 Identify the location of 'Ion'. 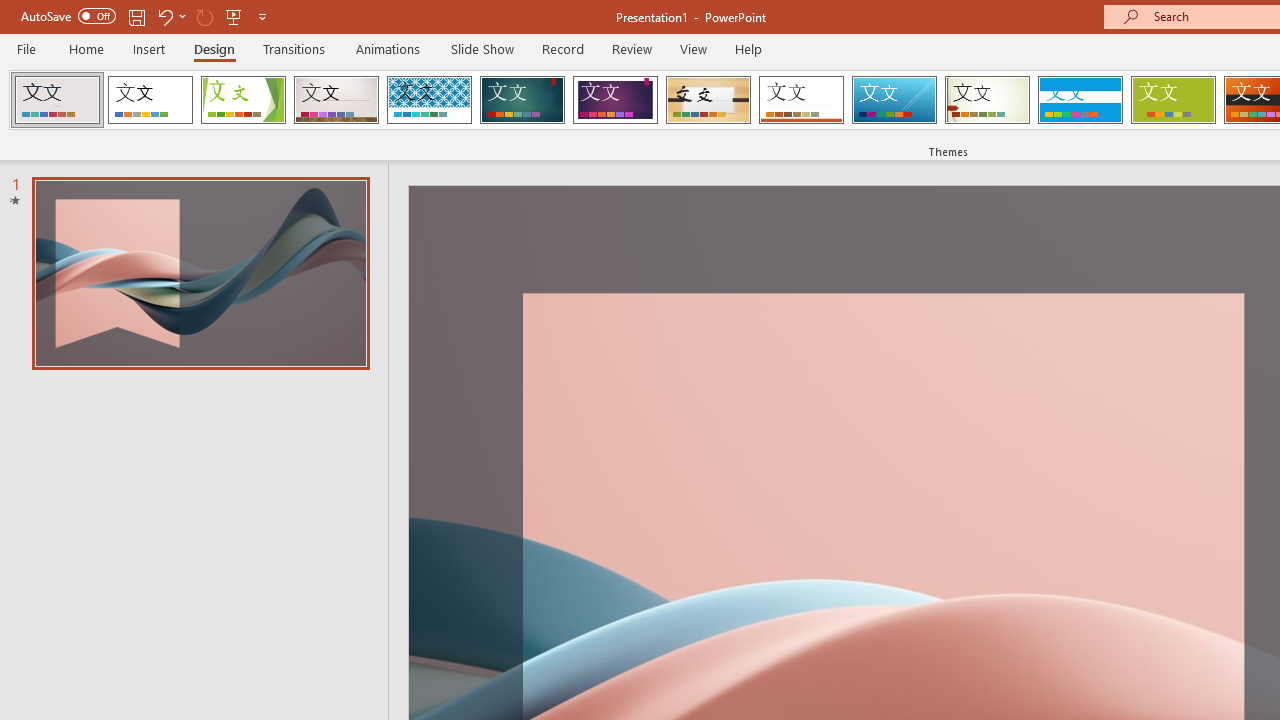
(522, 100).